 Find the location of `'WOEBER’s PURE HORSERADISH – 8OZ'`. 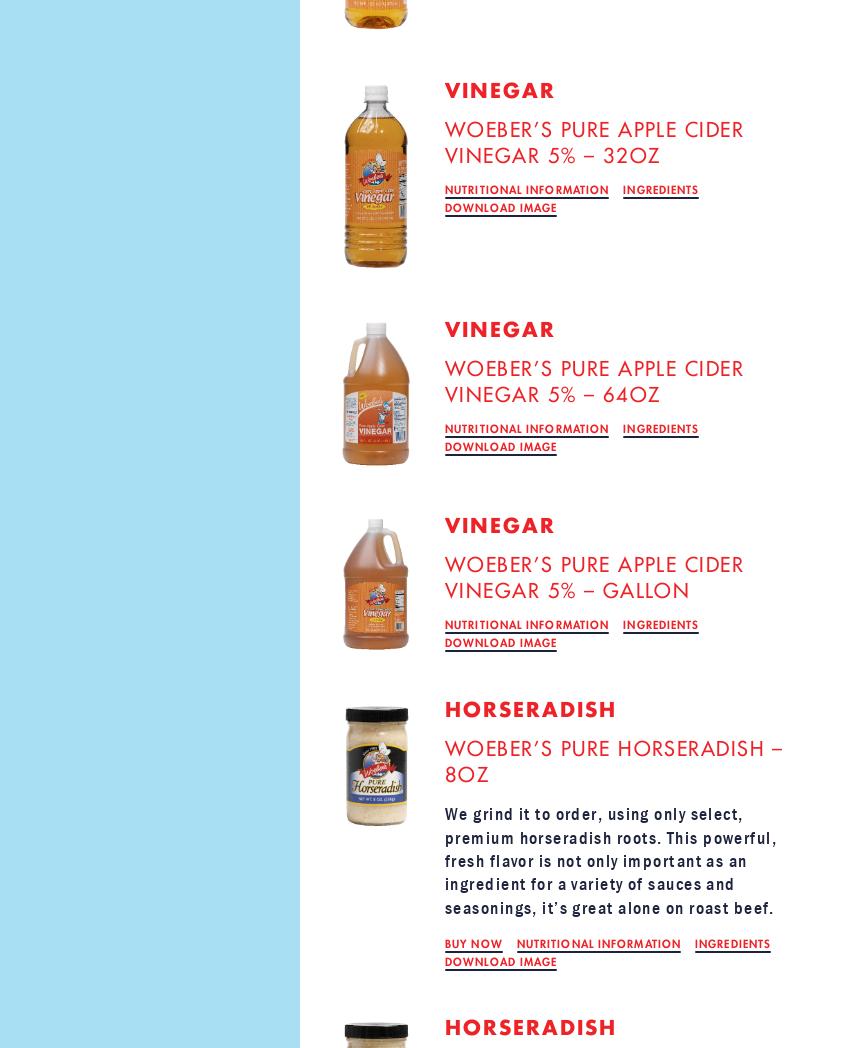

'WOEBER’s PURE HORSERADISH – 8OZ' is located at coordinates (613, 762).